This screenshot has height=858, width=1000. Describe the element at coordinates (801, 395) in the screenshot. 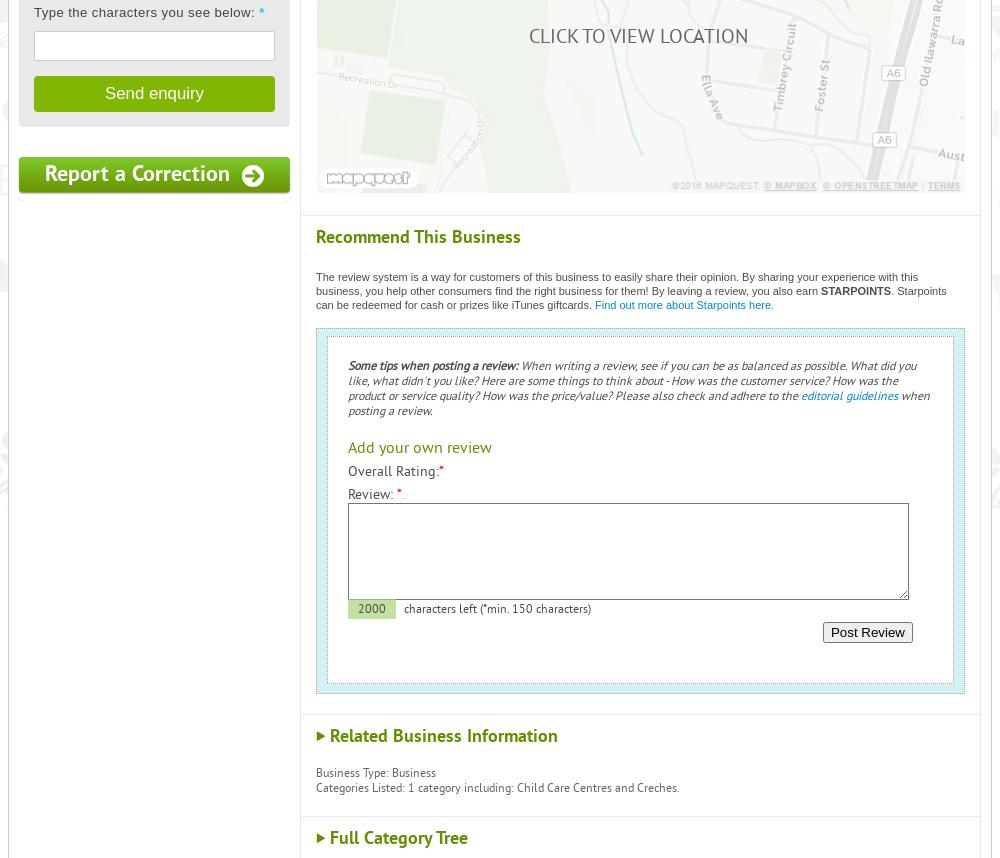

I see `'editorial guidelines'` at that location.